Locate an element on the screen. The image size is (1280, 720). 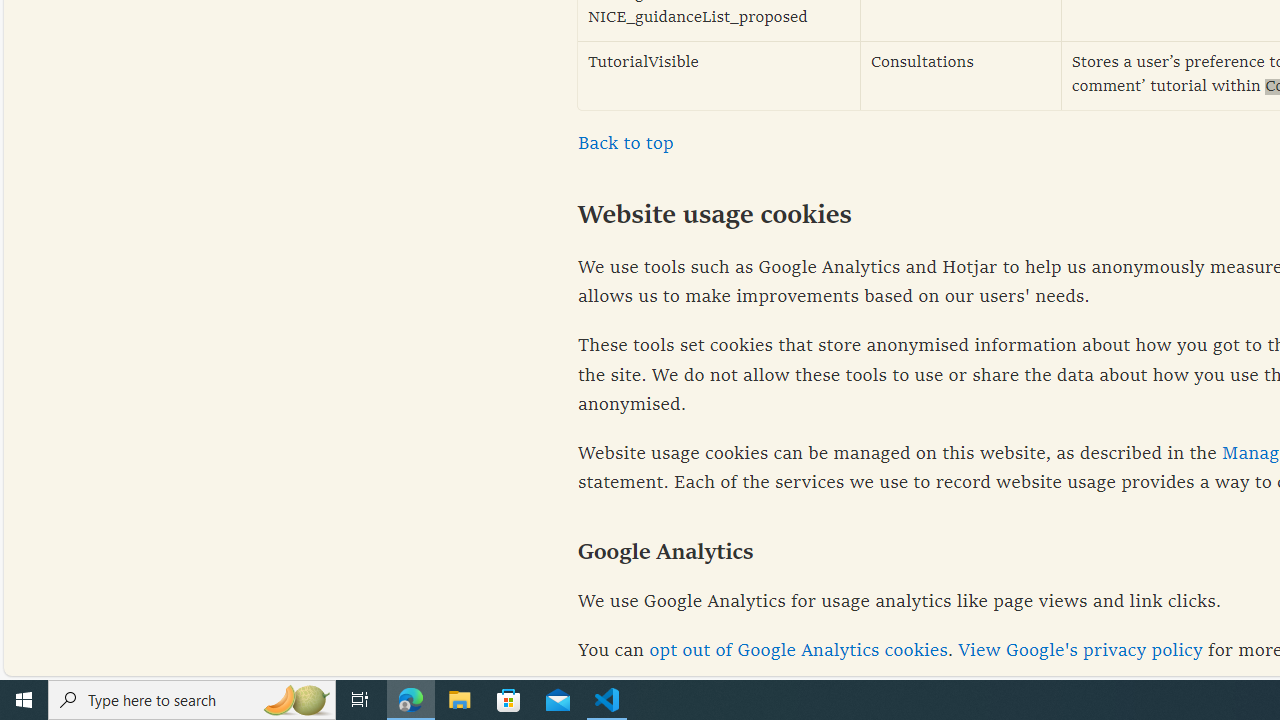
'TutorialVisible' is located at coordinates (719, 74).